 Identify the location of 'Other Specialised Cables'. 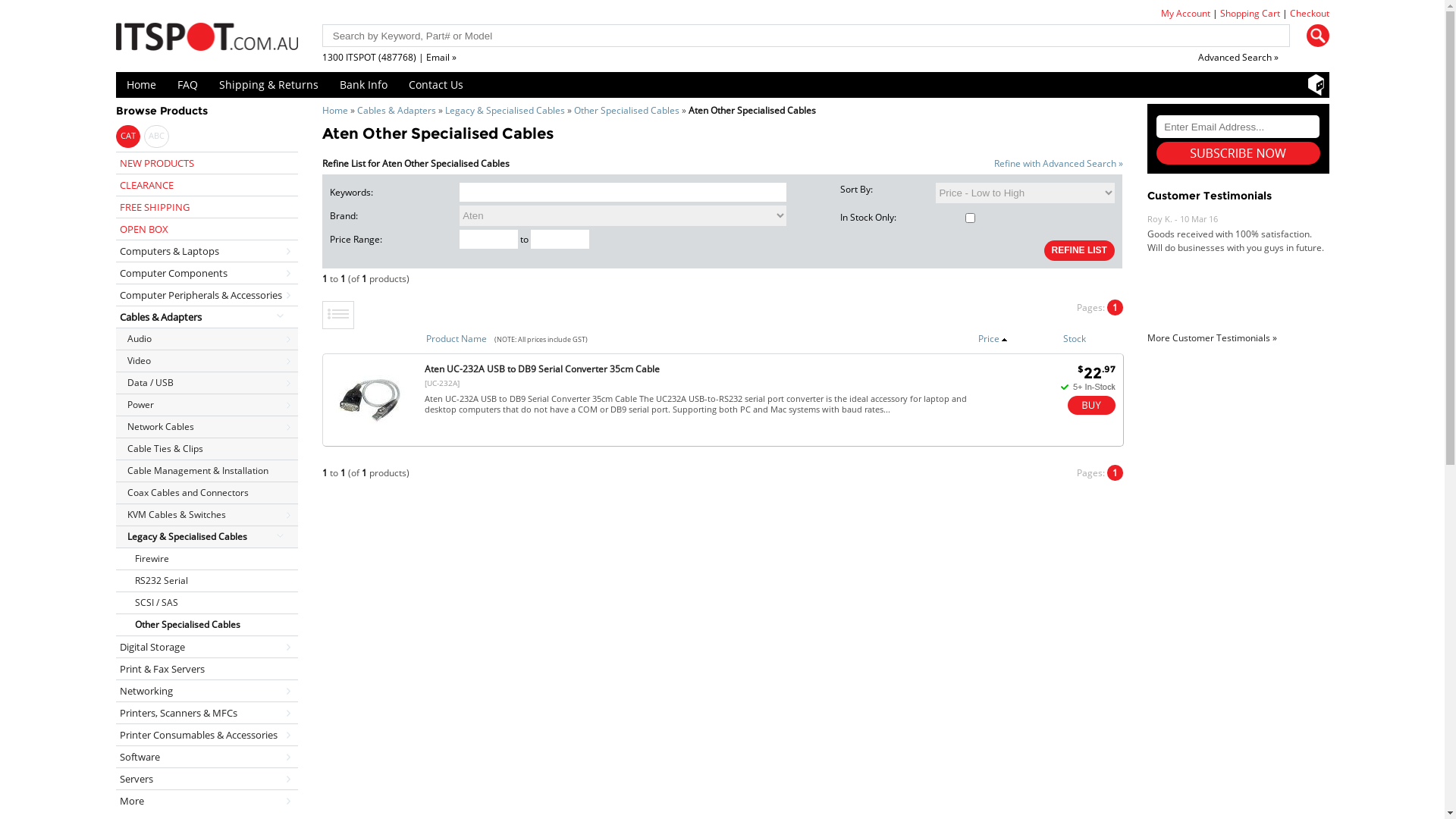
(626, 109).